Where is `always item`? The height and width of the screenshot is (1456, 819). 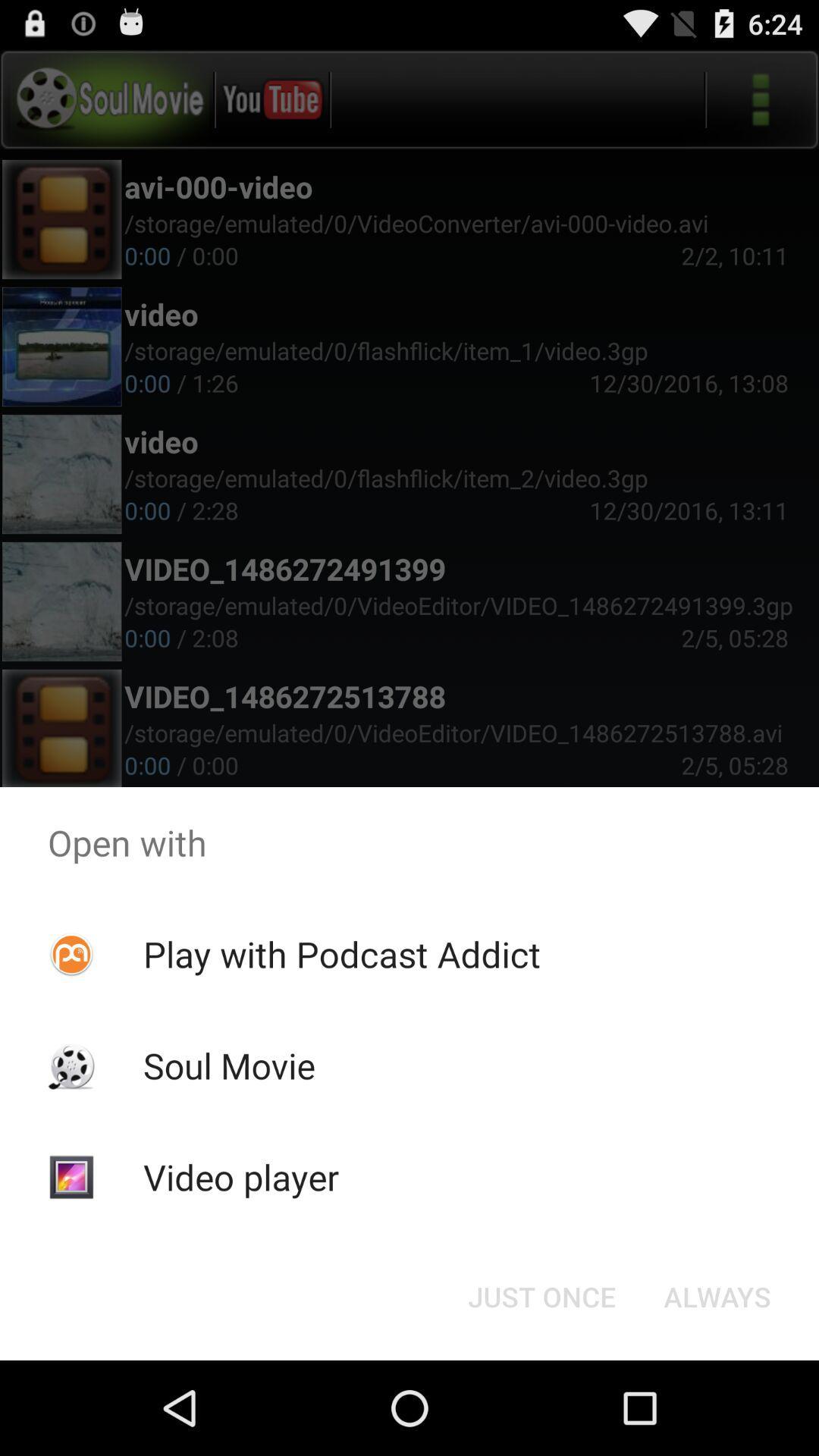
always item is located at coordinates (717, 1295).